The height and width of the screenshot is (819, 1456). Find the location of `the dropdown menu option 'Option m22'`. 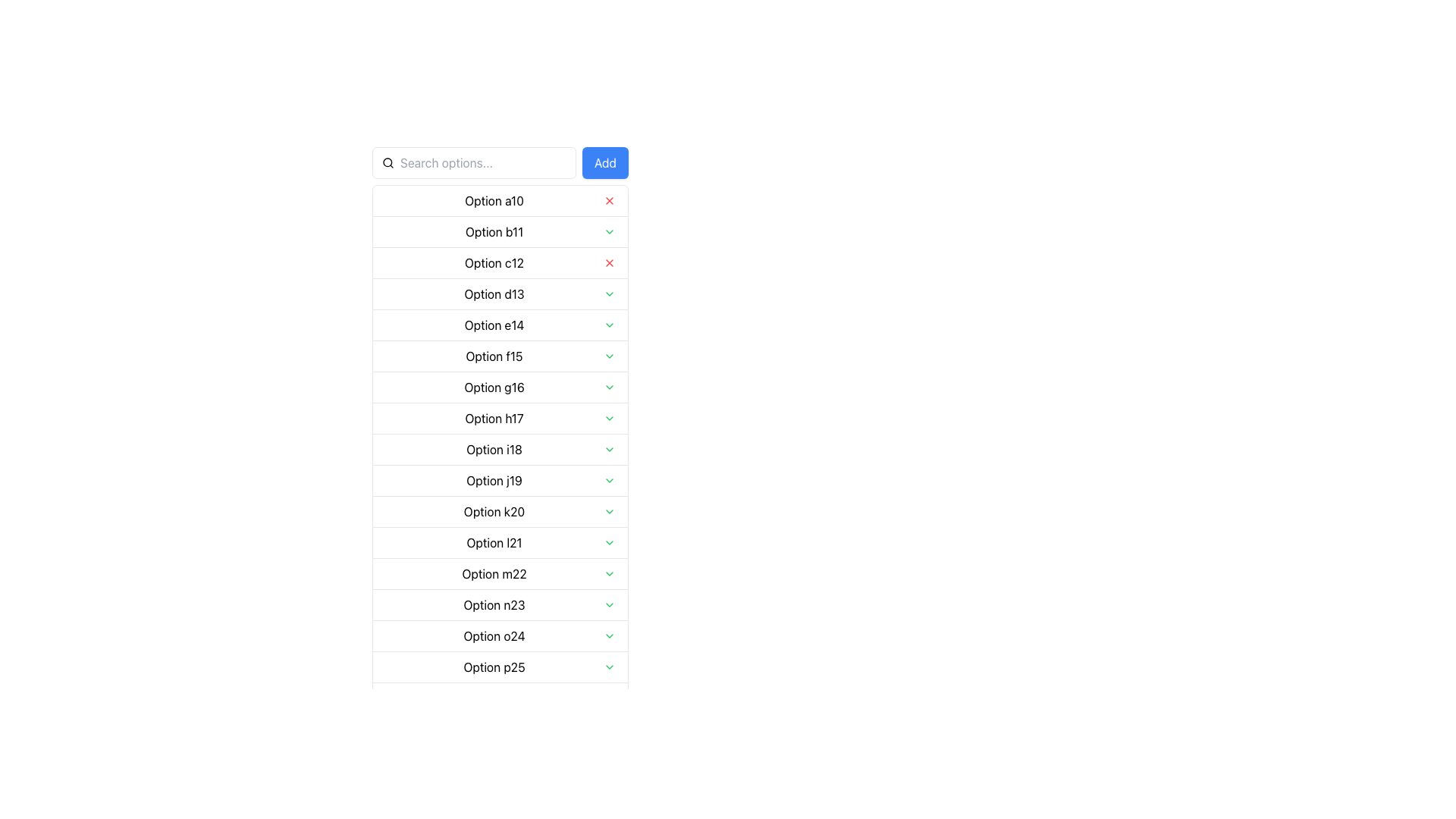

the dropdown menu option 'Option m22' is located at coordinates (494, 573).